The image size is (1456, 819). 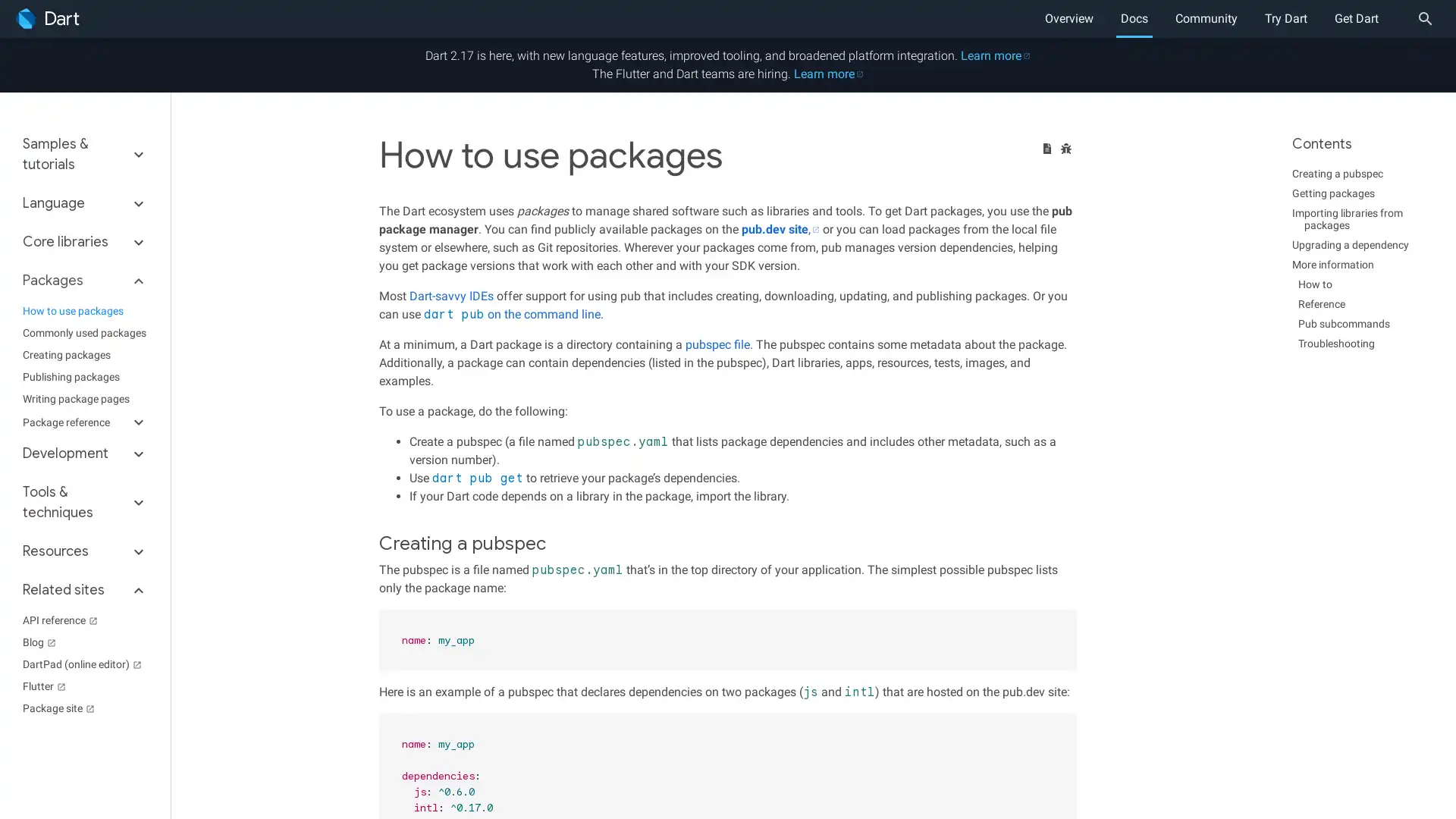 What do you see at coordinates (84, 453) in the screenshot?
I see `Development keyboard_arrow_down` at bounding box center [84, 453].